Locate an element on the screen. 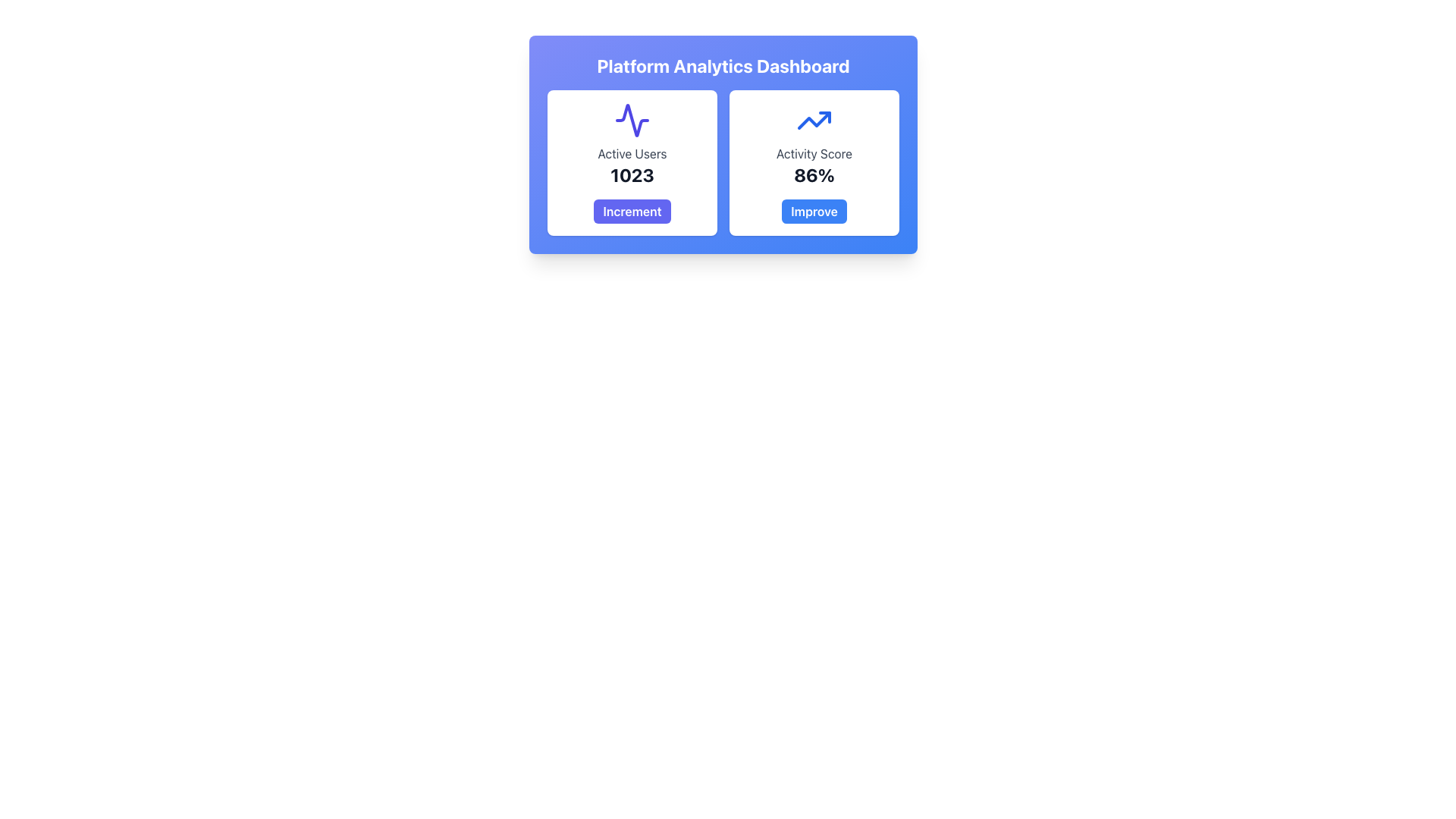 The height and width of the screenshot is (819, 1456). the upward trend icon that represents the improvement of the 'Activity Score' metric, located at the top center of the 'Activity Score' card, above the percentage text ('86%') is located at coordinates (814, 119).